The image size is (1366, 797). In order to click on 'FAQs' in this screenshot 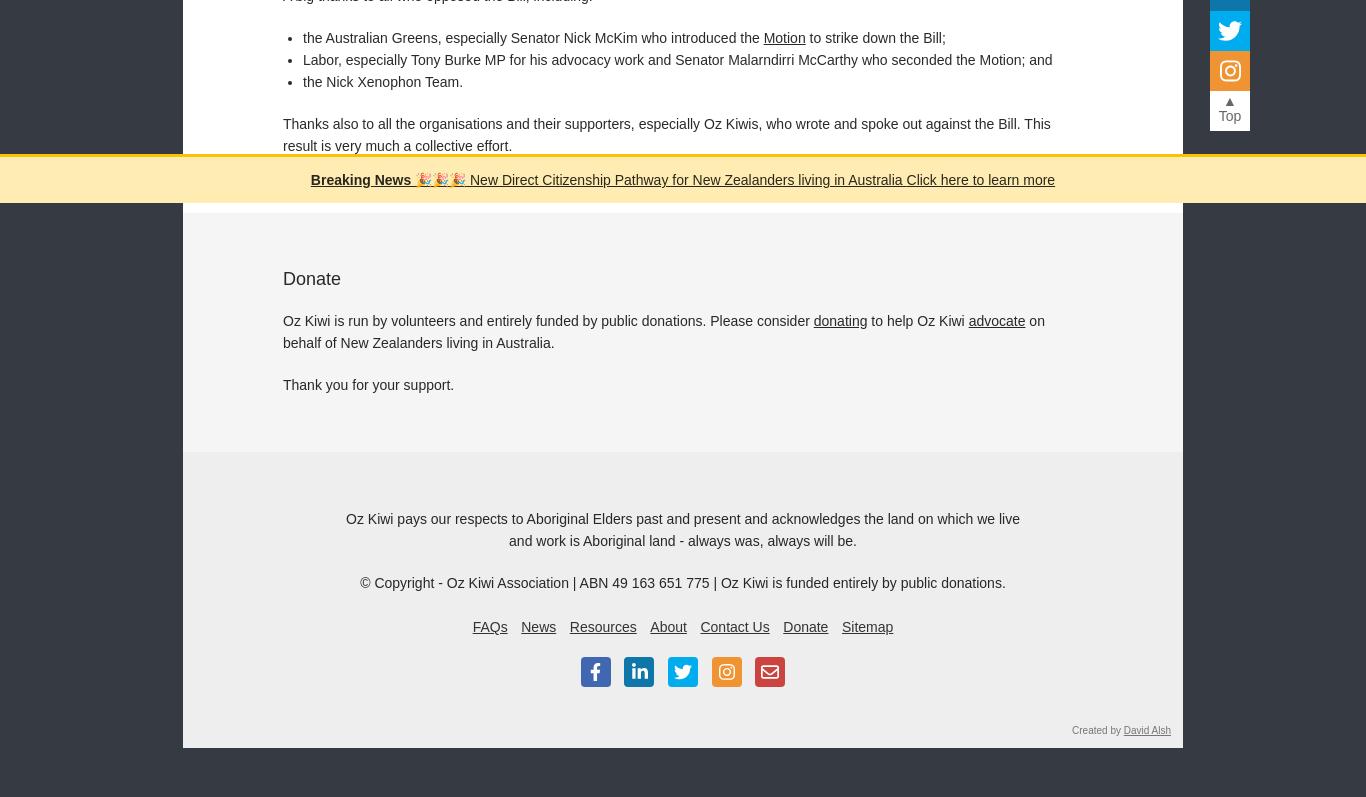, I will do `click(489, 624)`.